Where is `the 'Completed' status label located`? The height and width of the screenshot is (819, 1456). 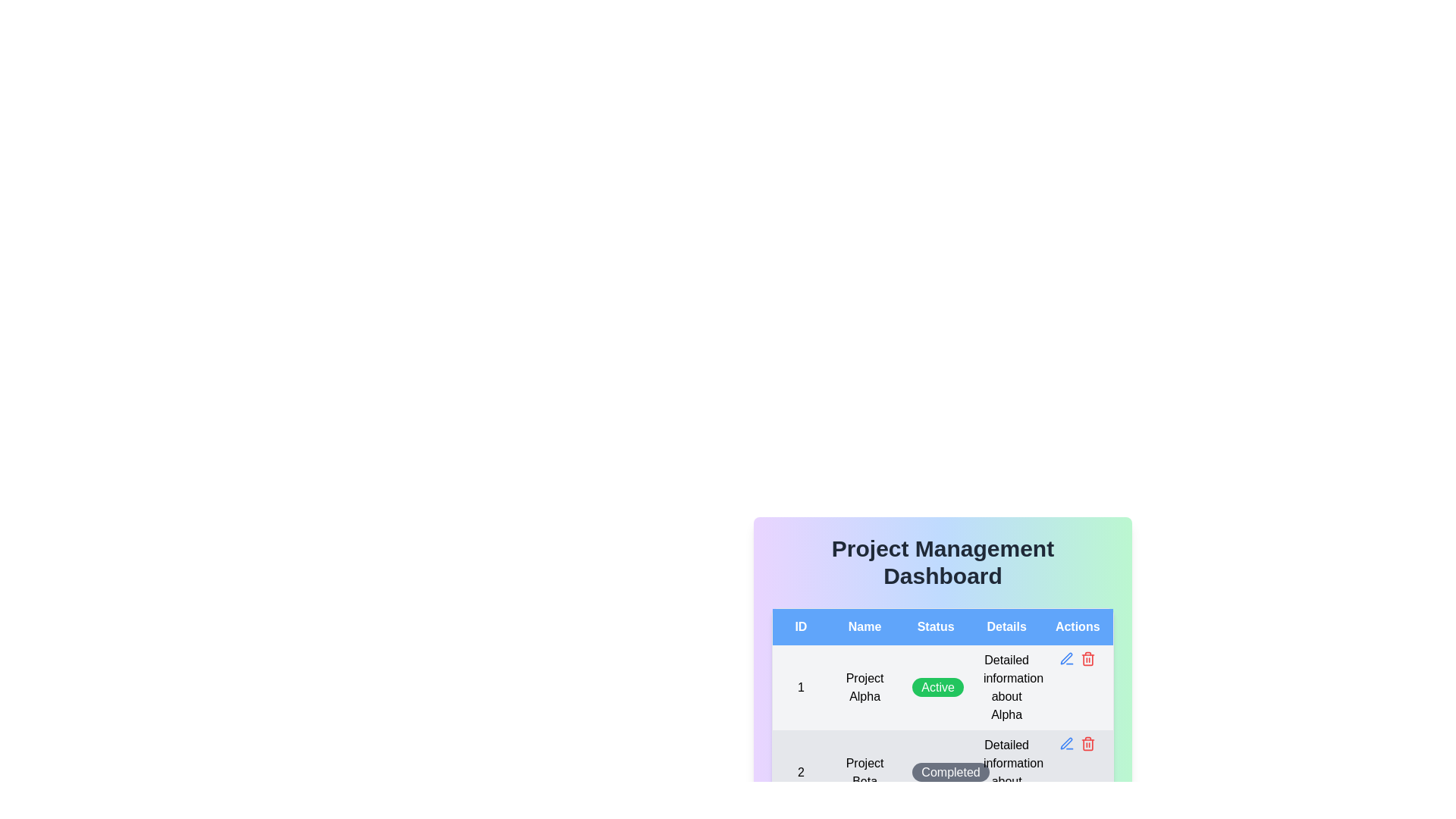
the 'Completed' status label located is located at coordinates (950, 772).